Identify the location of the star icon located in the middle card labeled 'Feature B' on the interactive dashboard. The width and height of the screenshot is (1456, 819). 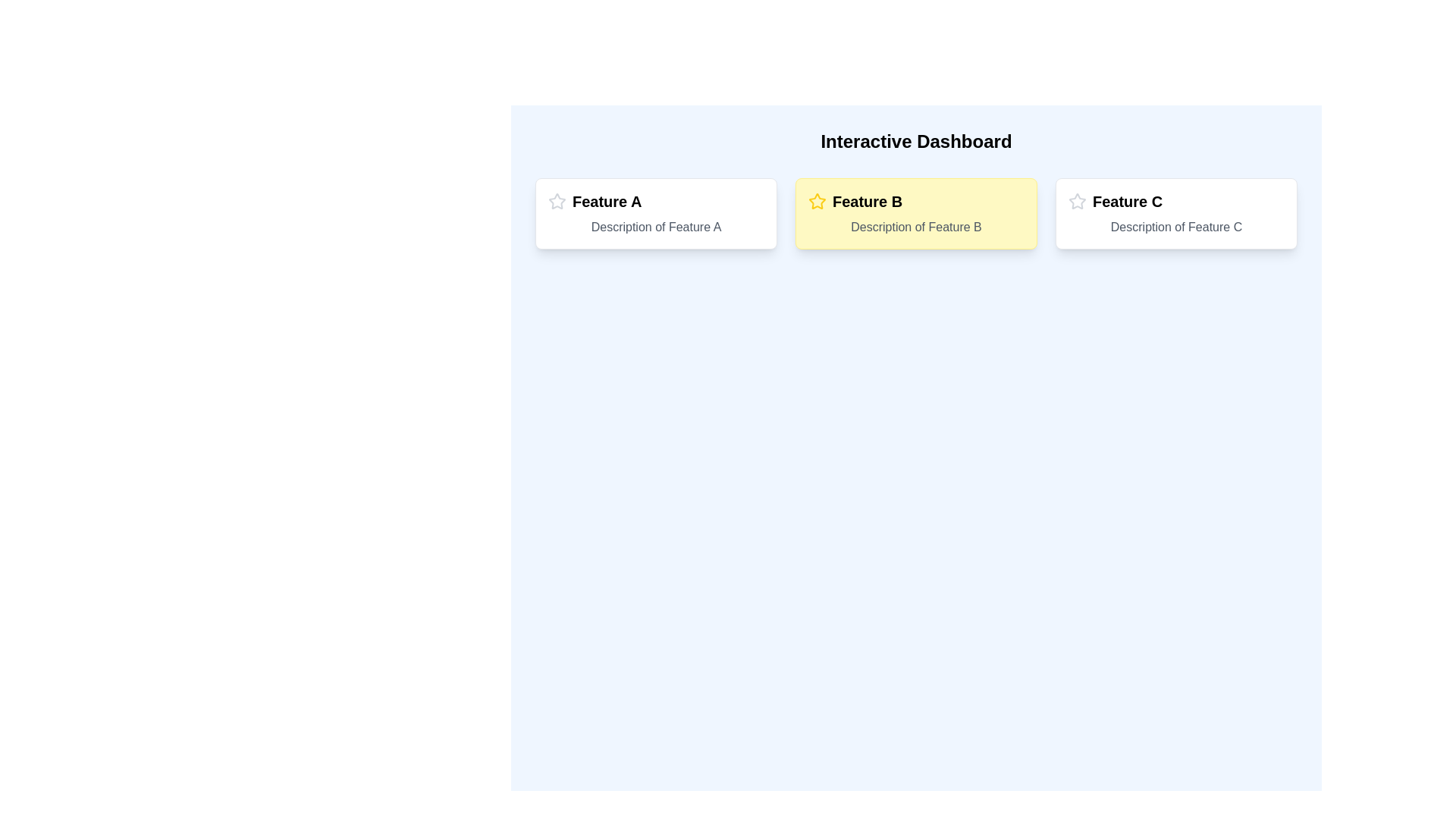
(817, 201).